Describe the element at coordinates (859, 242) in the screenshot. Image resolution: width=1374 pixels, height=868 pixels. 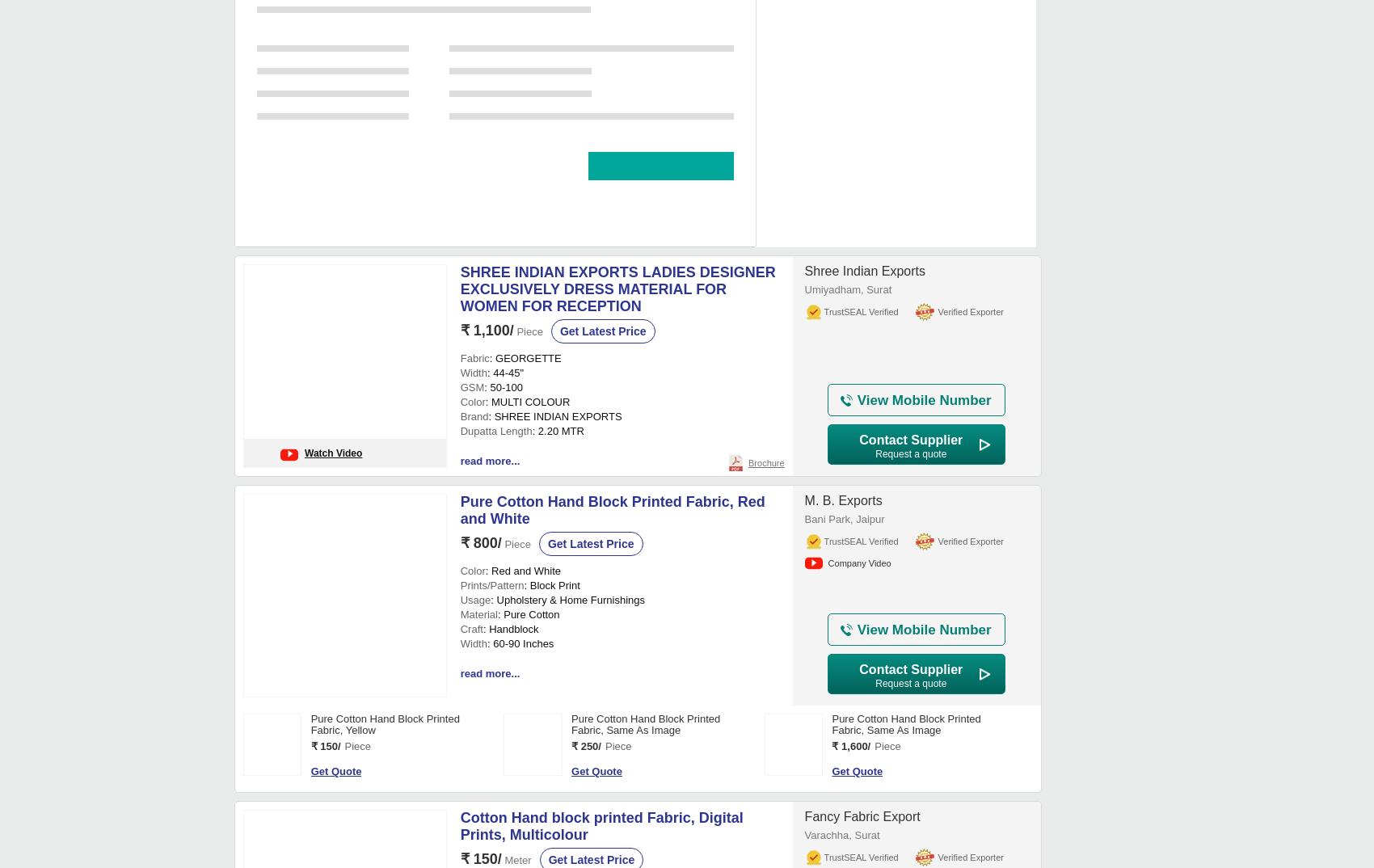
I see `'Company Video'` at that location.